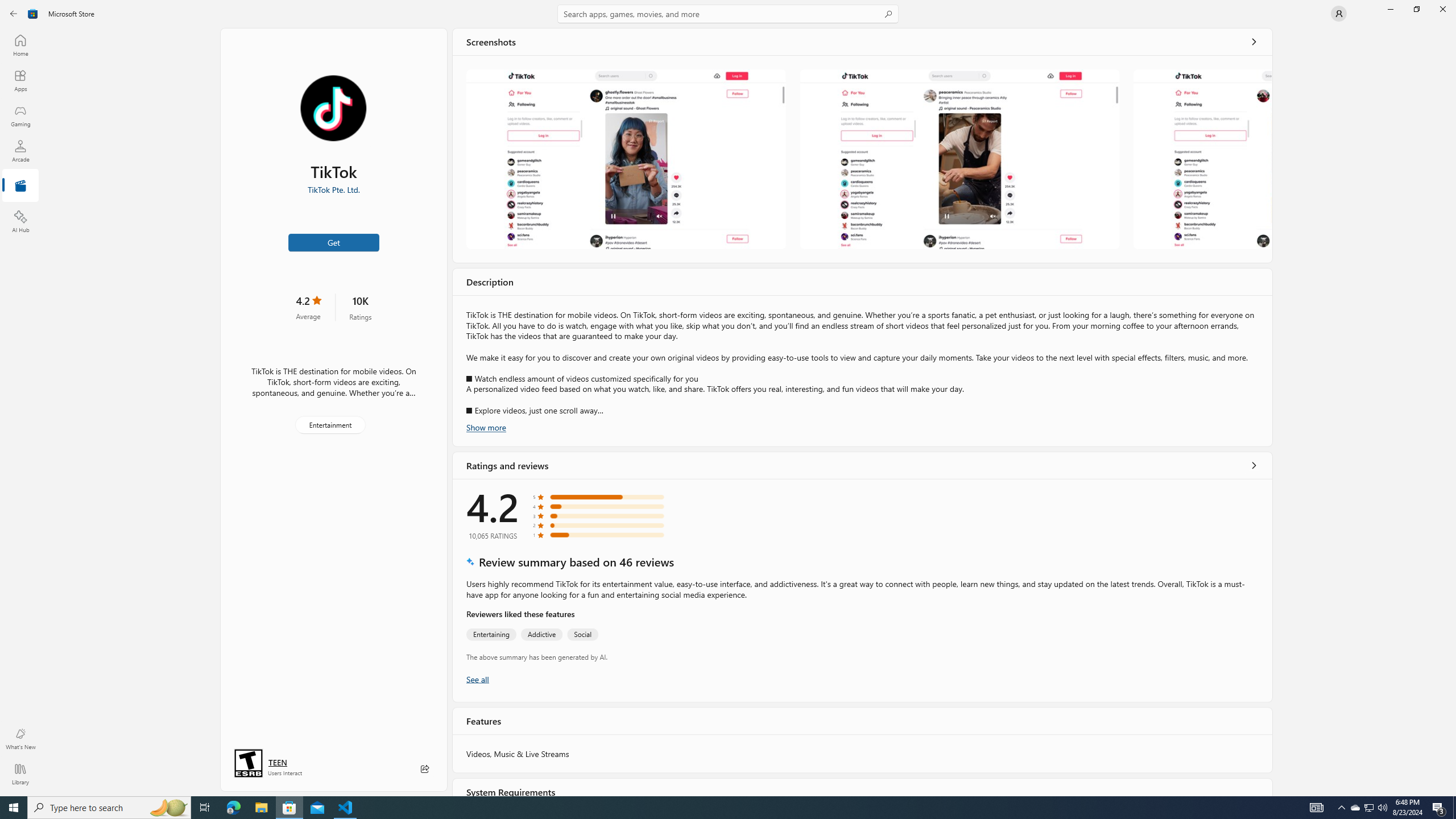  Describe the element at coordinates (19, 150) in the screenshot. I see `'Arcade'` at that location.